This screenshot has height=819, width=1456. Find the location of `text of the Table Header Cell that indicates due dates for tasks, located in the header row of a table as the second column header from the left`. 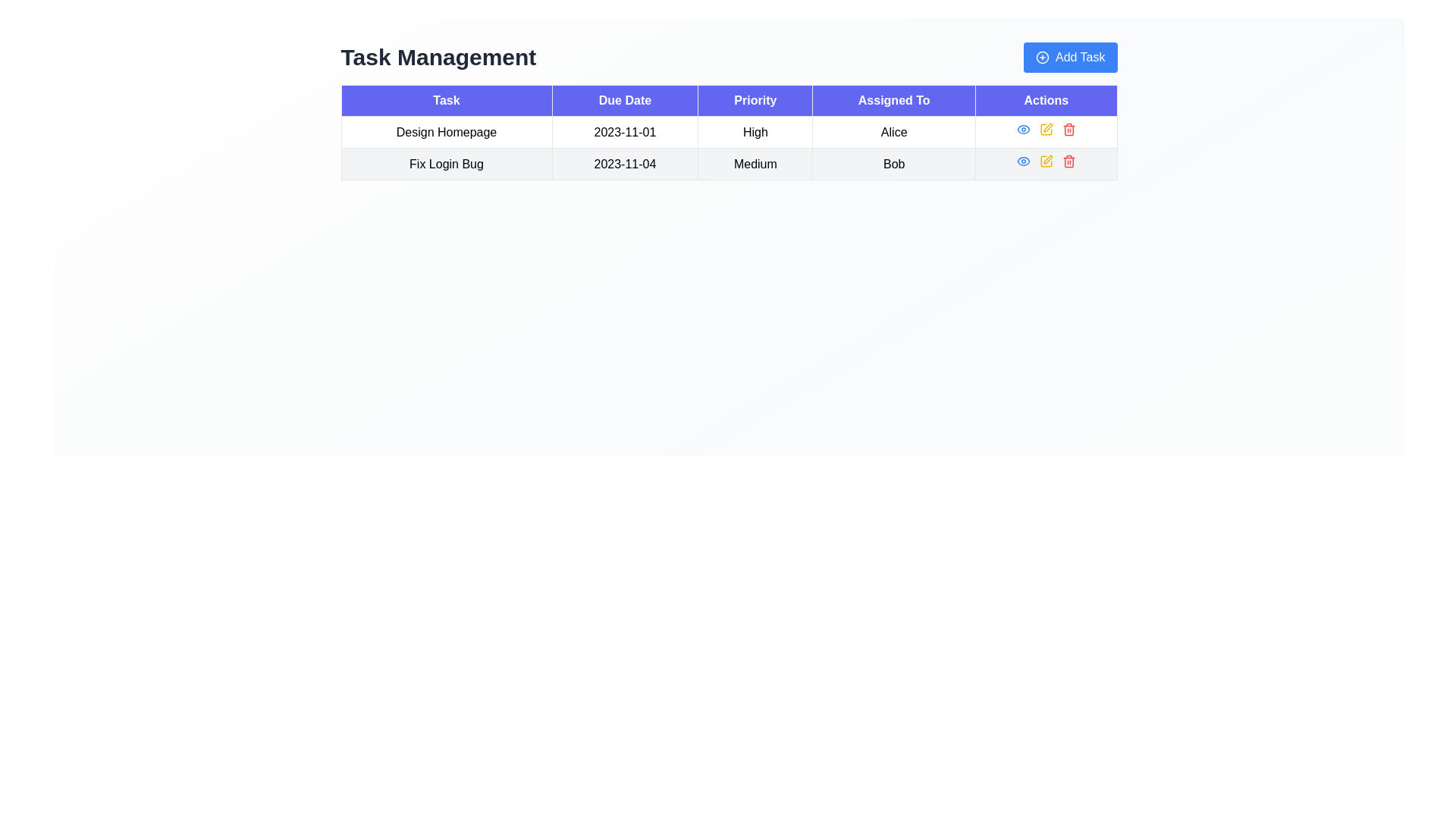

text of the Table Header Cell that indicates due dates for tasks, located in the header row of a table as the second column header from the left is located at coordinates (625, 100).